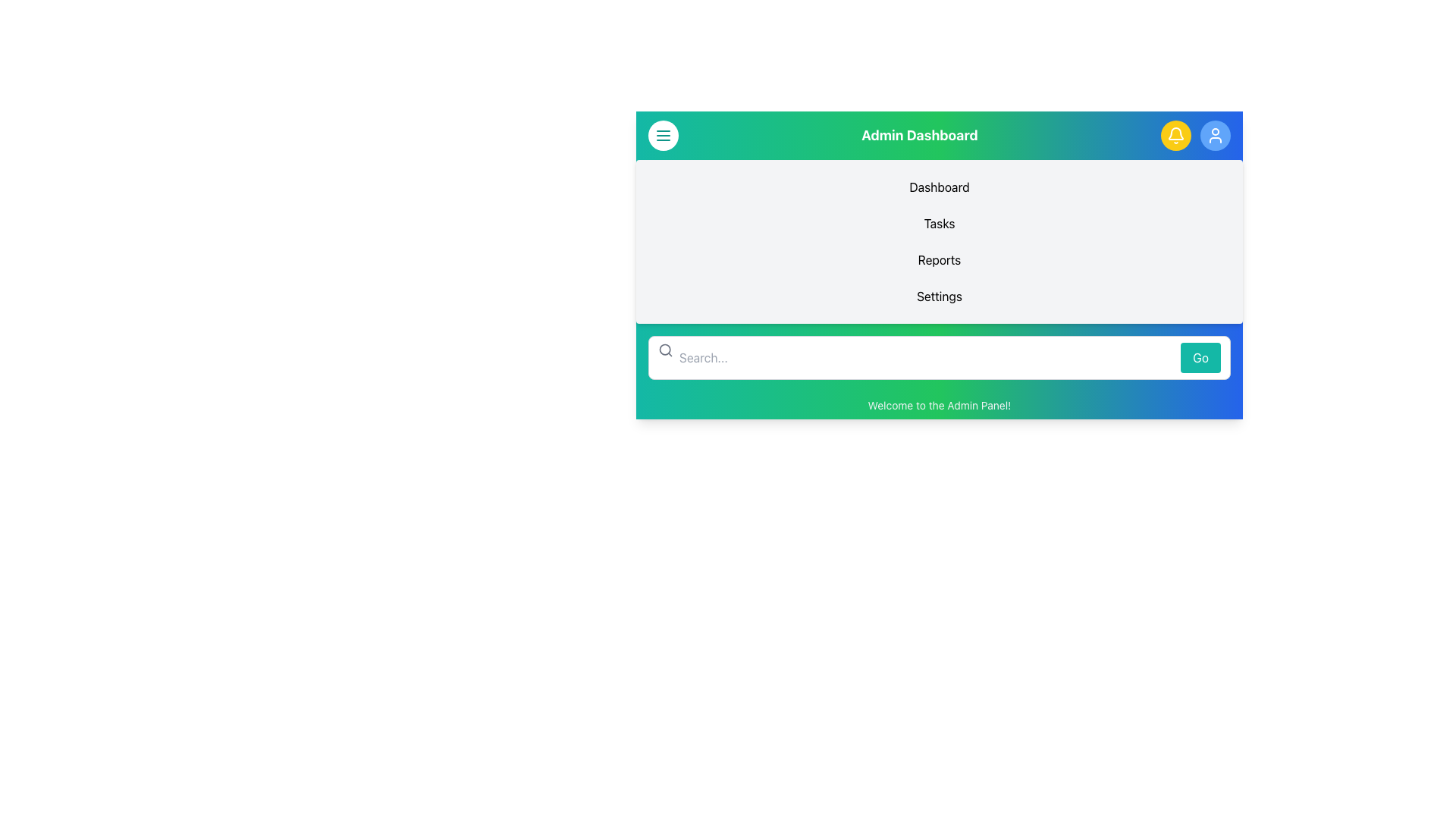 The image size is (1456, 819). Describe the element at coordinates (938, 296) in the screenshot. I see `the 'Settings' button-like text menu item, which is styled with a round-edge rectangle background and is the last item in a vertical menu` at that location.